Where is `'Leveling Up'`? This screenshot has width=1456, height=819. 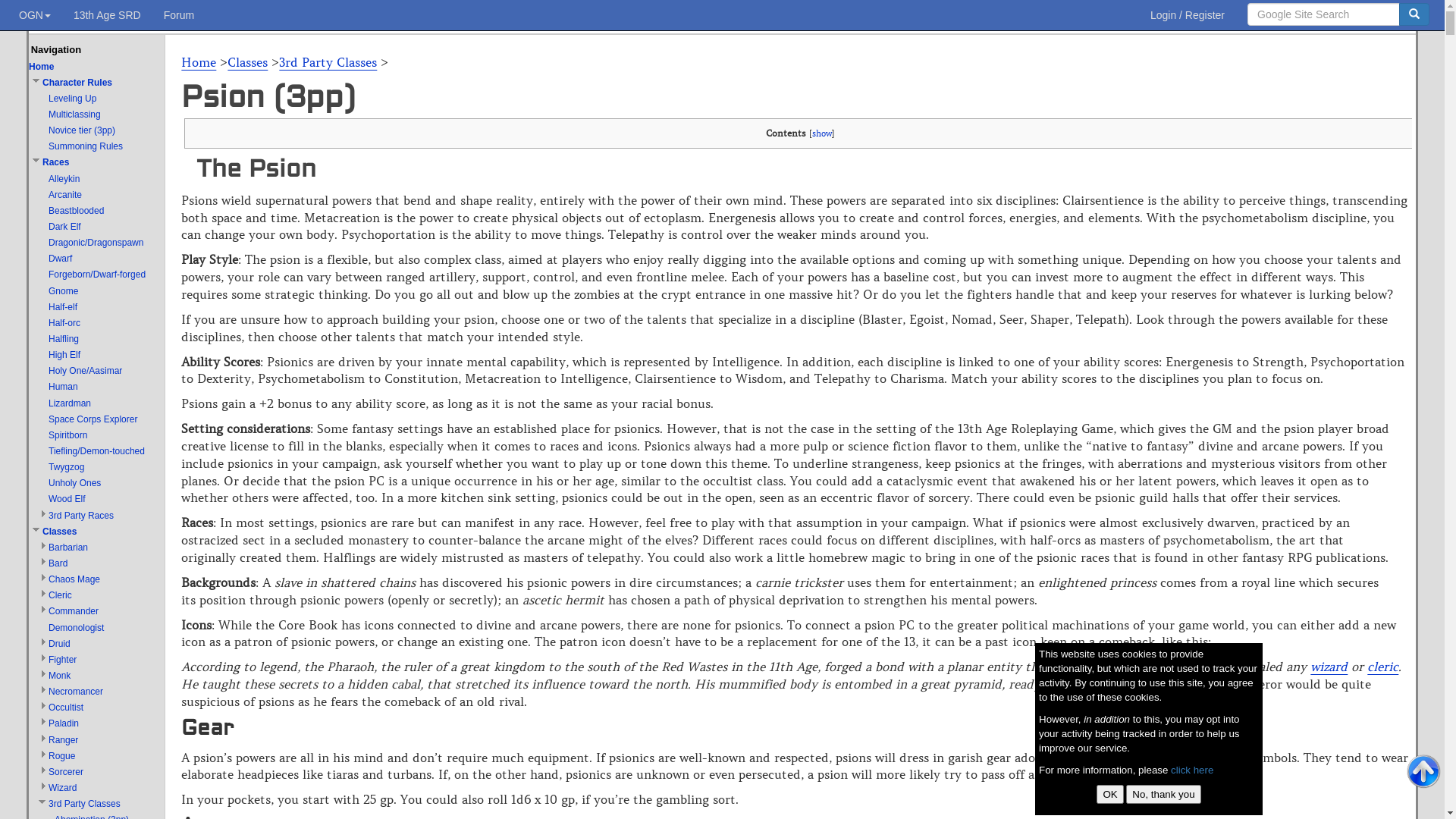 'Leveling Up' is located at coordinates (71, 99).